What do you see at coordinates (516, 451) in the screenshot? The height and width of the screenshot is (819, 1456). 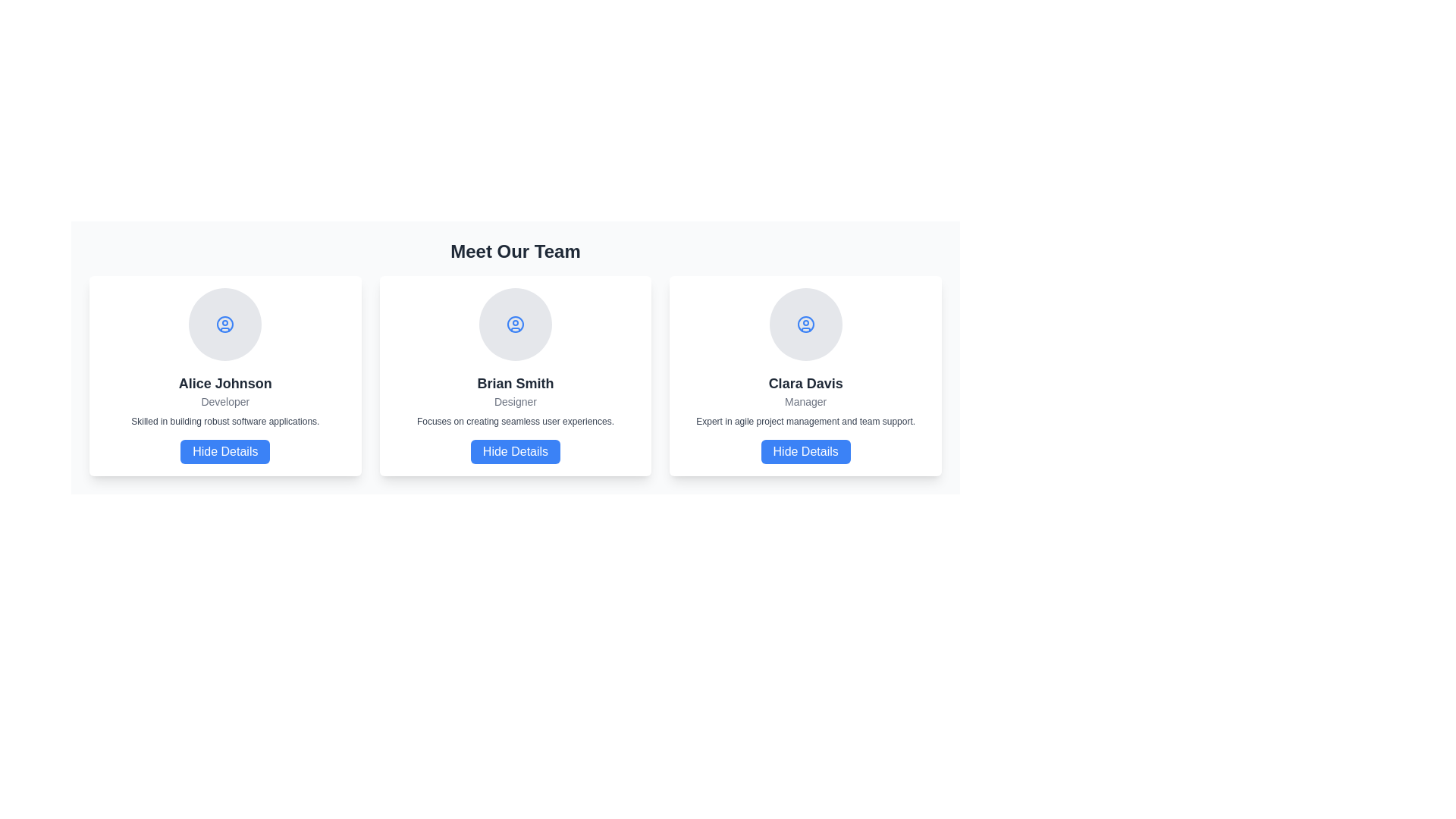 I see `the button located at the lower center of the card displaying information about 'Brian Smith' to hide the details currently displayed` at bounding box center [516, 451].